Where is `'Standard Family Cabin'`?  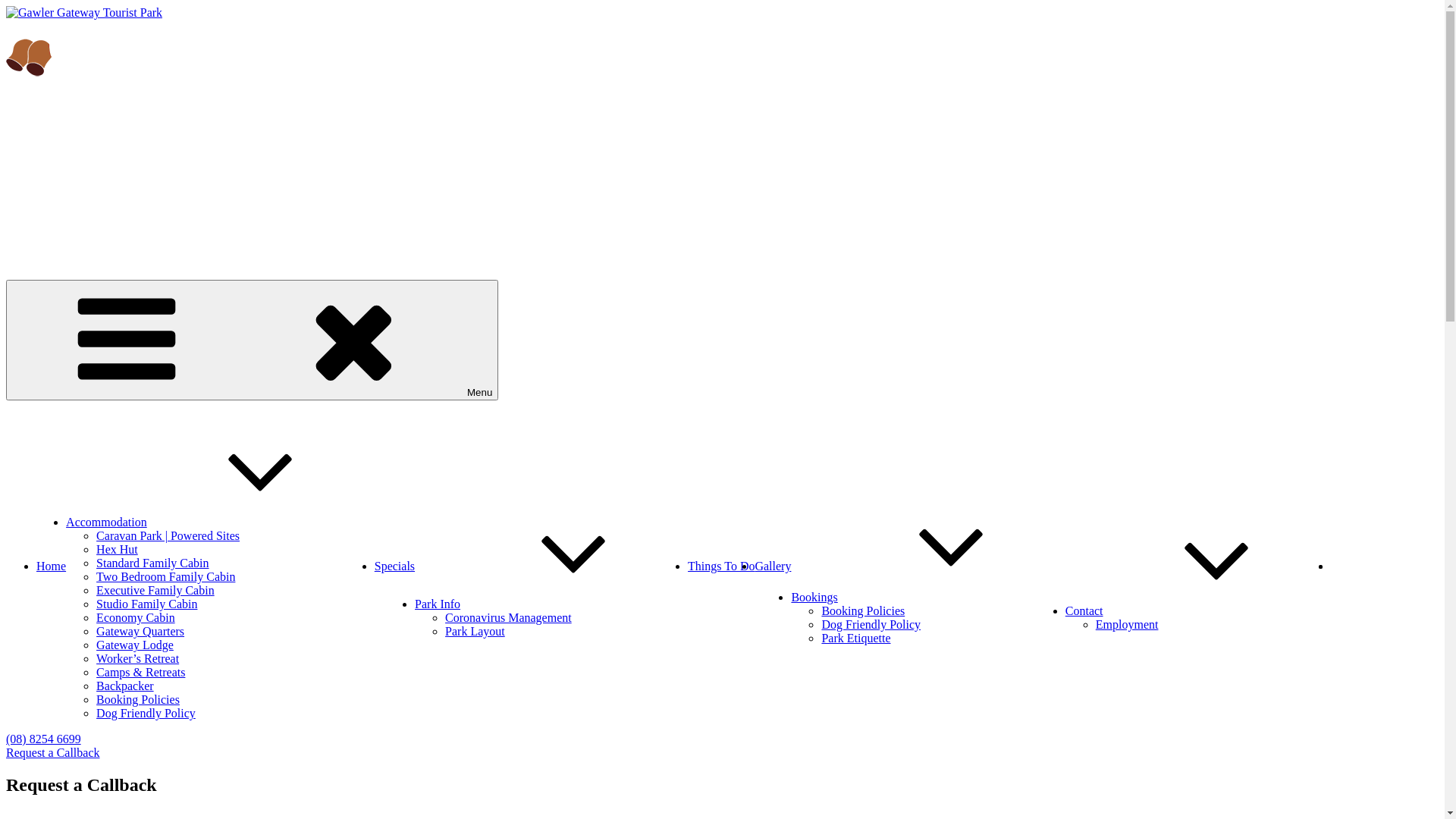
'Standard Family Cabin' is located at coordinates (152, 563).